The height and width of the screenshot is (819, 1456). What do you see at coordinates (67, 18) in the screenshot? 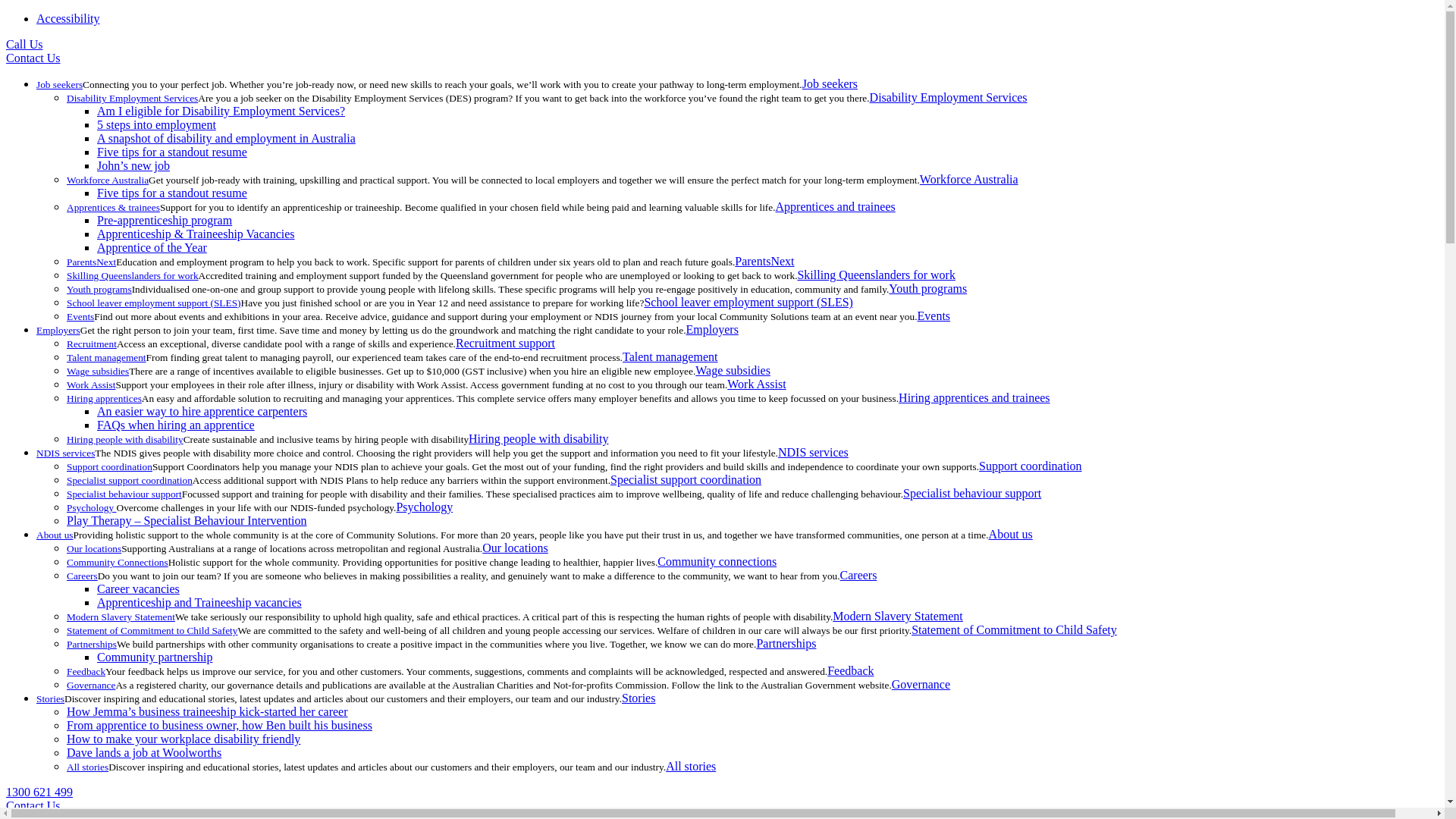
I see `'Accessibility'` at bounding box center [67, 18].